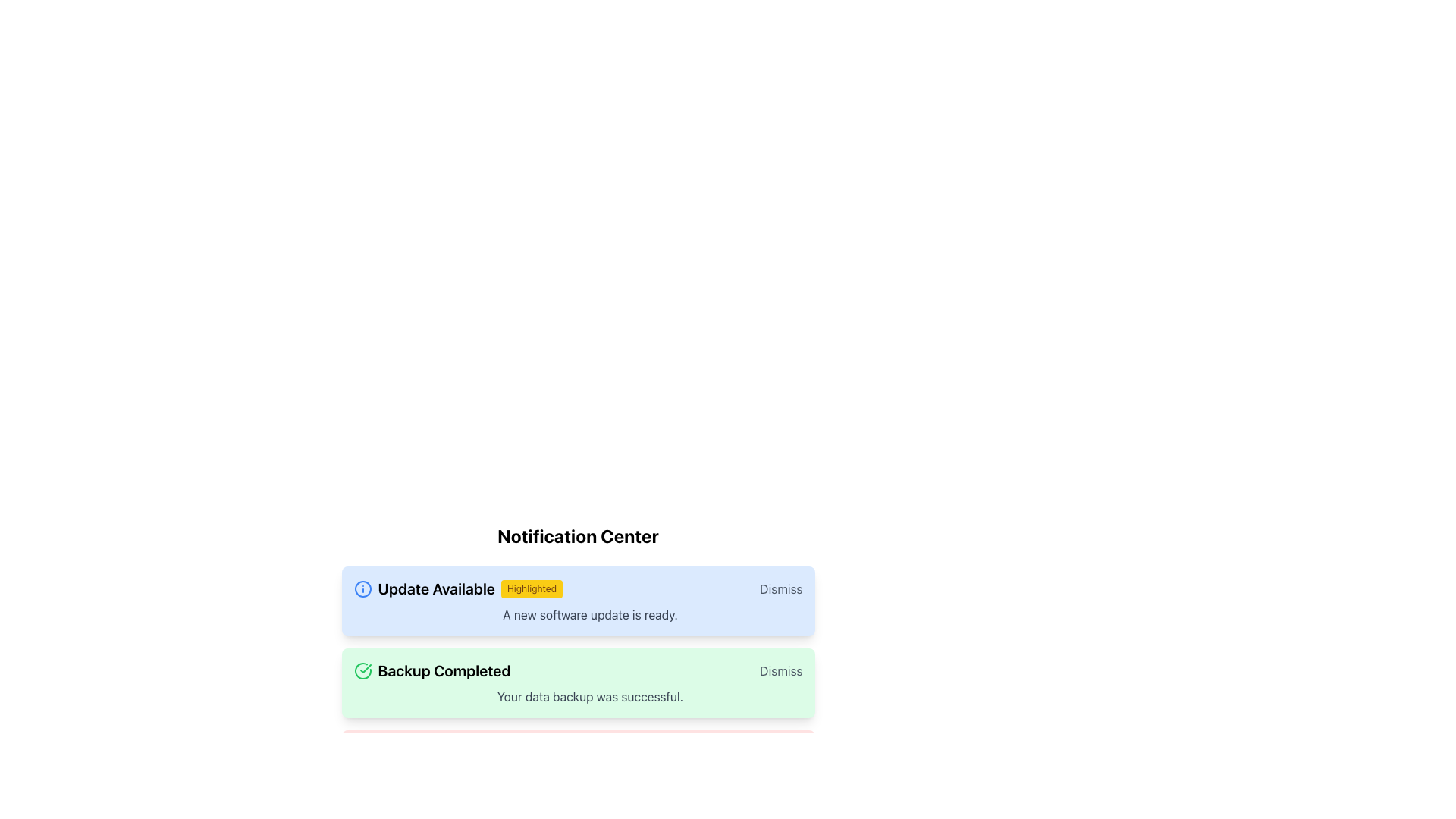 The width and height of the screenshot is (1456, 819). Describe the element at coordinates (577, 535) in the screenshot. I see `the 'Notification Center' text label, which is styled boldly and positioned at the top of the notifications list` at that location.